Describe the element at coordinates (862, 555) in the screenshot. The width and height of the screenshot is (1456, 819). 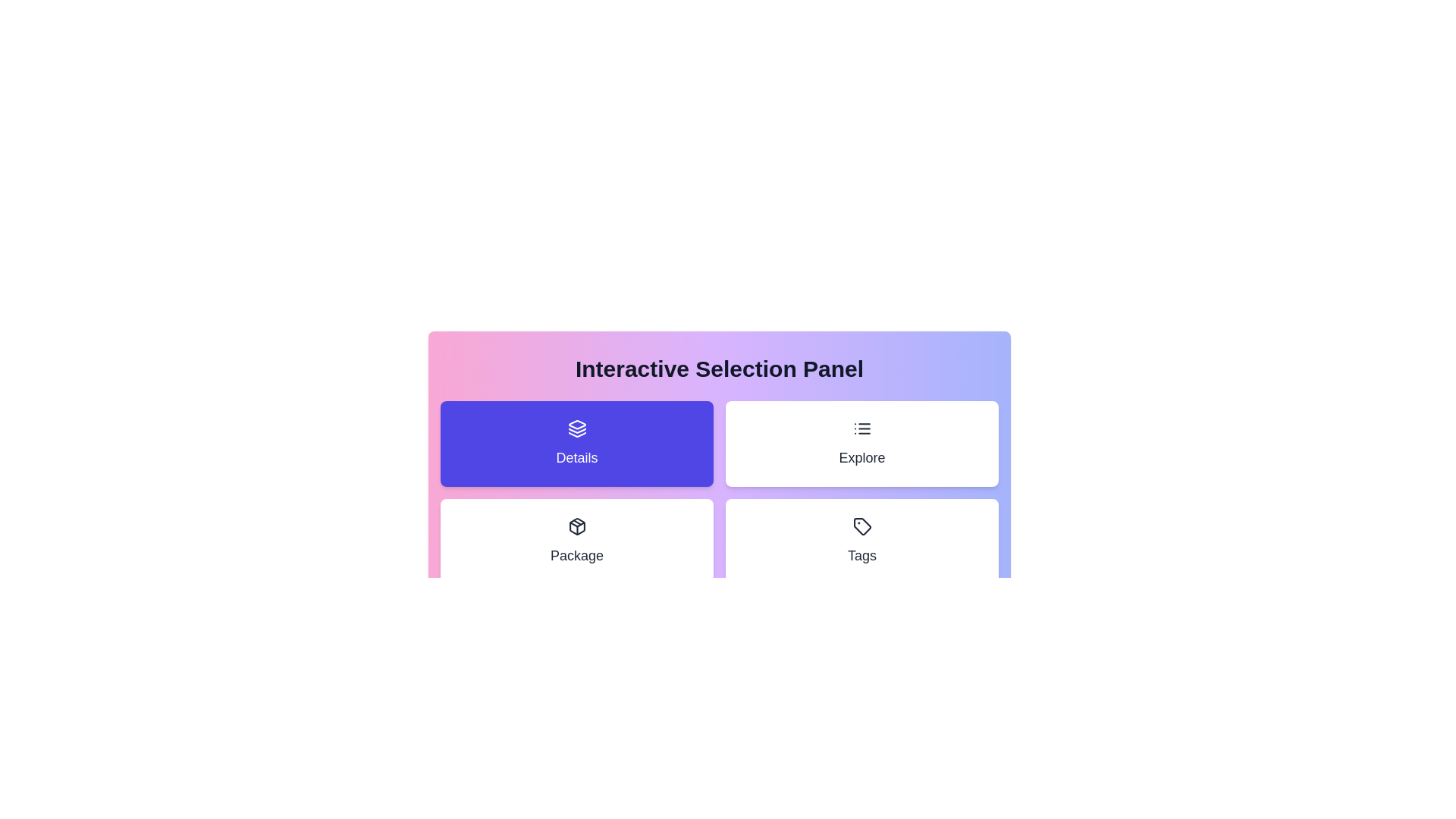
I see `the 'Tags' text label element, which is styled as a larger font subheading in dark gray color, located at the bottom-right of a 2x2 grid interface` at that location.